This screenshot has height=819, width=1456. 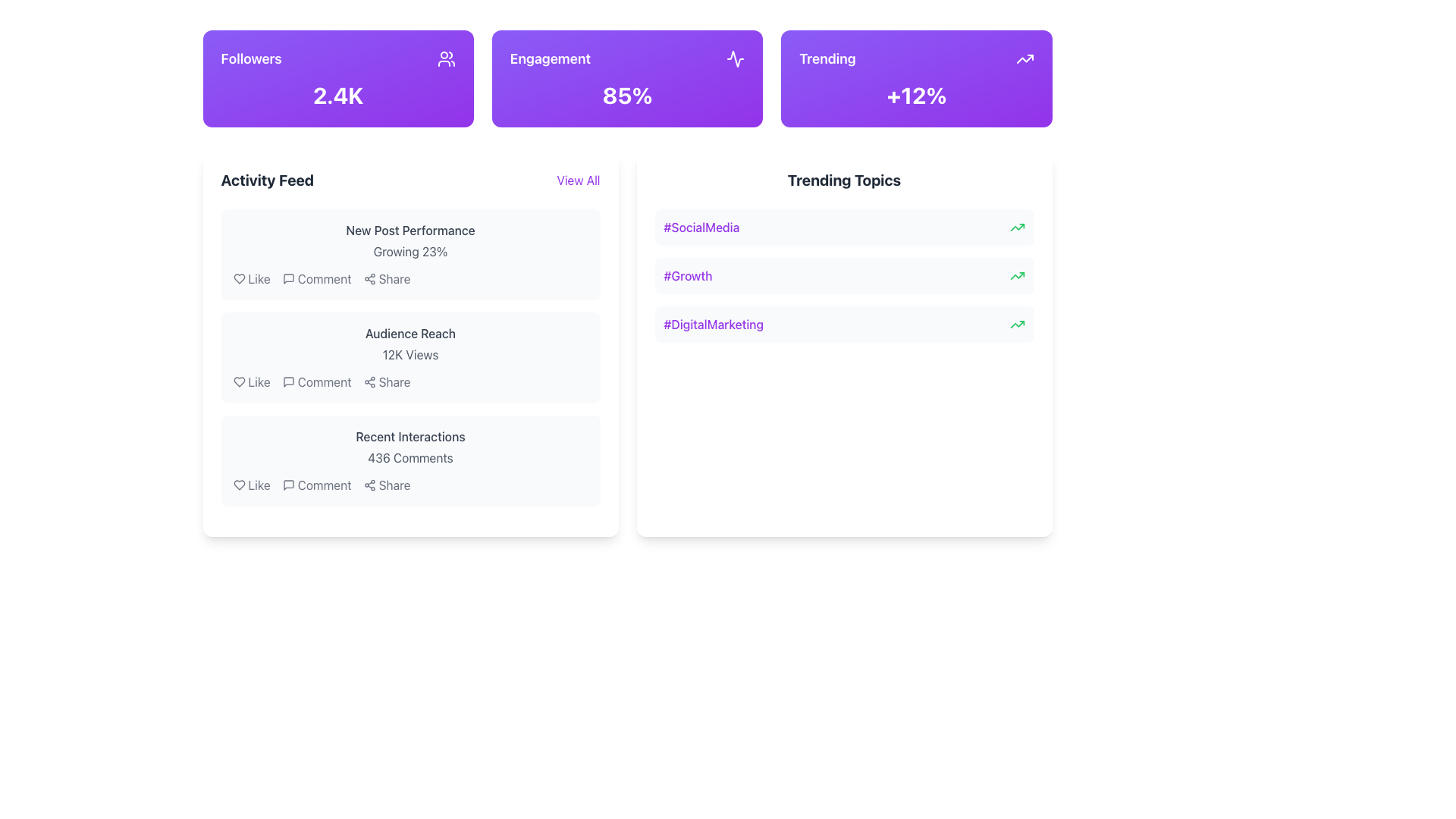 What do you see at coordinates (410, 250) in the screenshot?
I see `the text label displaying 'Growing 23%' located below the 'New Post Performance' heading in the 'Activity Feed'` at bounding box center [410, 250].